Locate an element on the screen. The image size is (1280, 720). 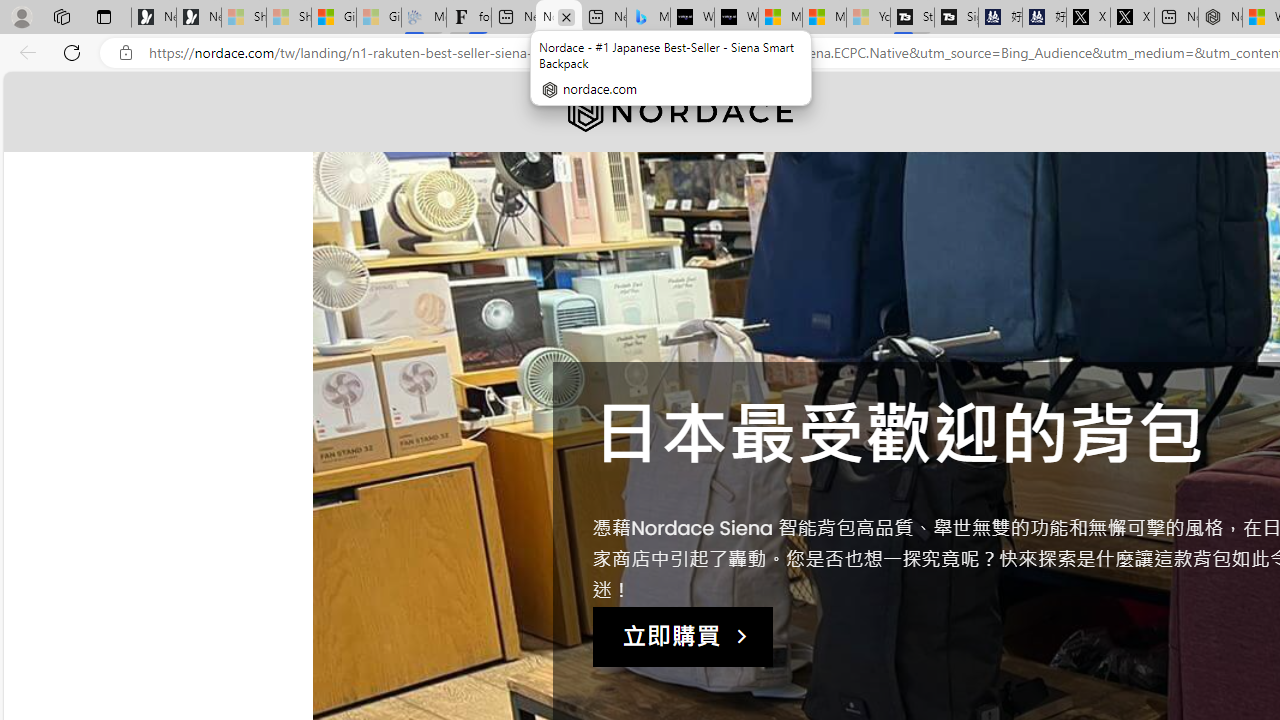
'Nordace - My Account' is located at coordinates (1219, 17).